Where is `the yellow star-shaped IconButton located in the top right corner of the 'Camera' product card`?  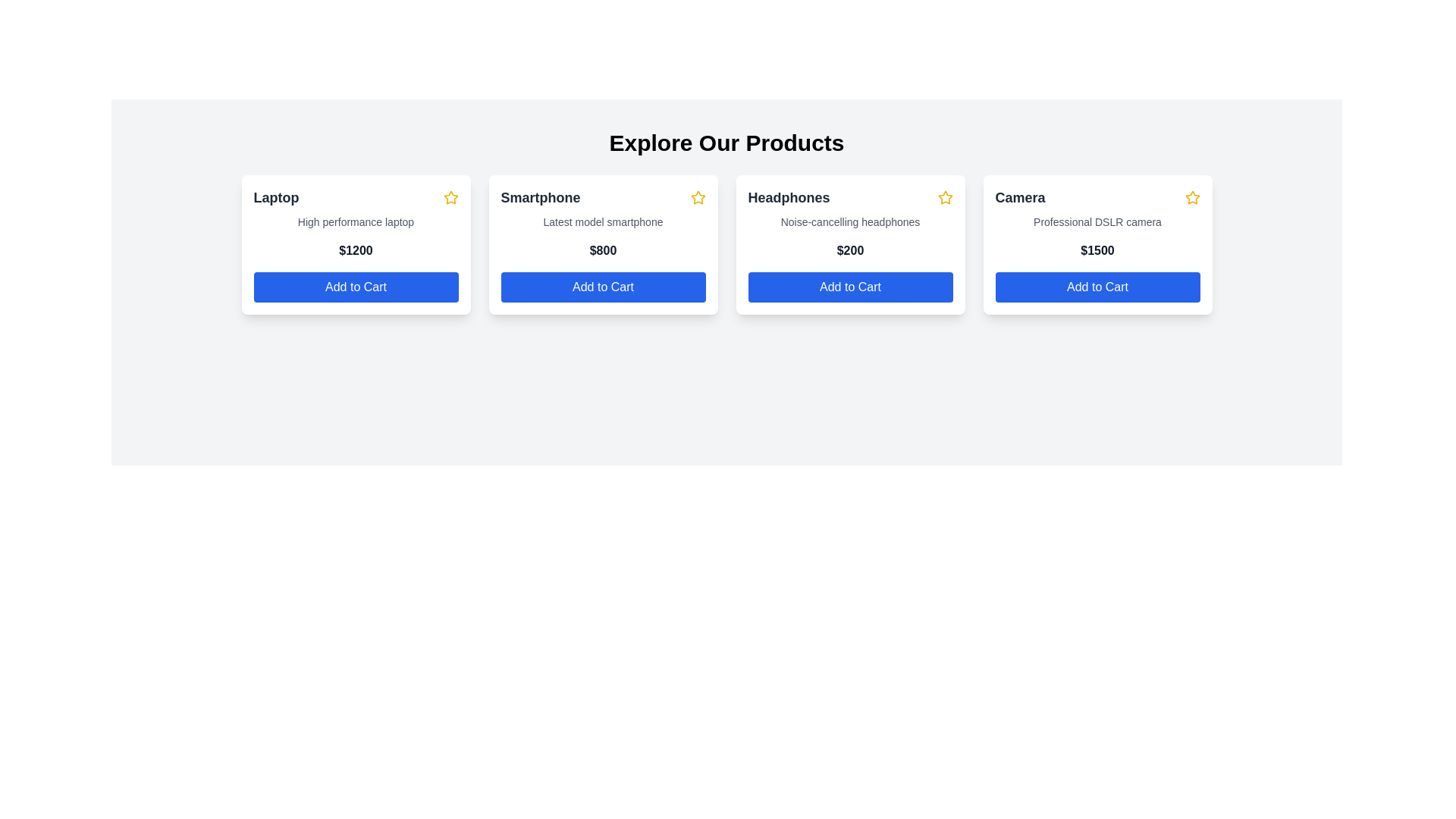
the yellow star-shaped IconButton located in the top right corner of the 'Camera' product card is located at coordinates (1191, 196).